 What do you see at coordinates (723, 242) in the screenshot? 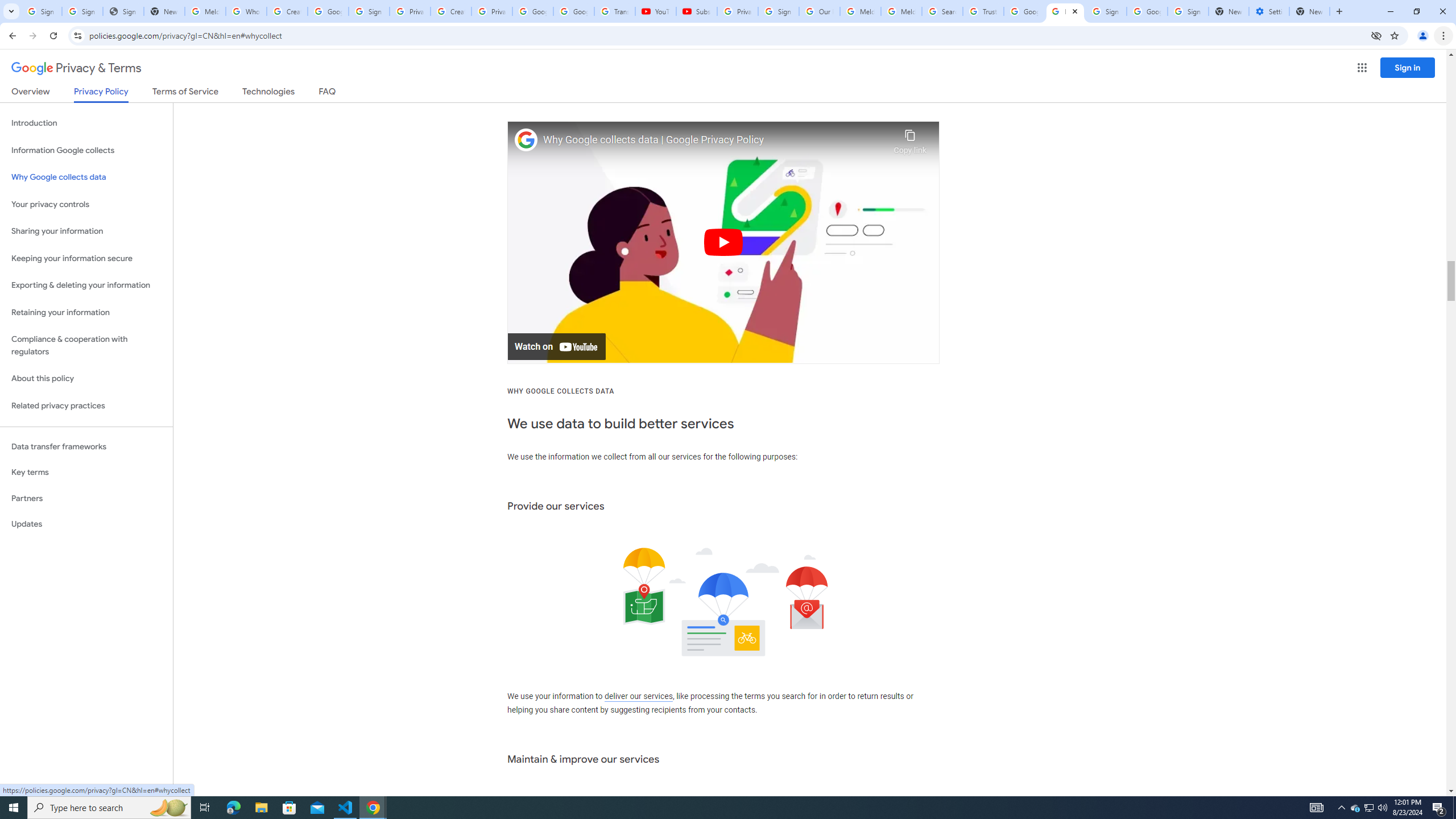
I see `'Play'` at bounding box center [723, 242].